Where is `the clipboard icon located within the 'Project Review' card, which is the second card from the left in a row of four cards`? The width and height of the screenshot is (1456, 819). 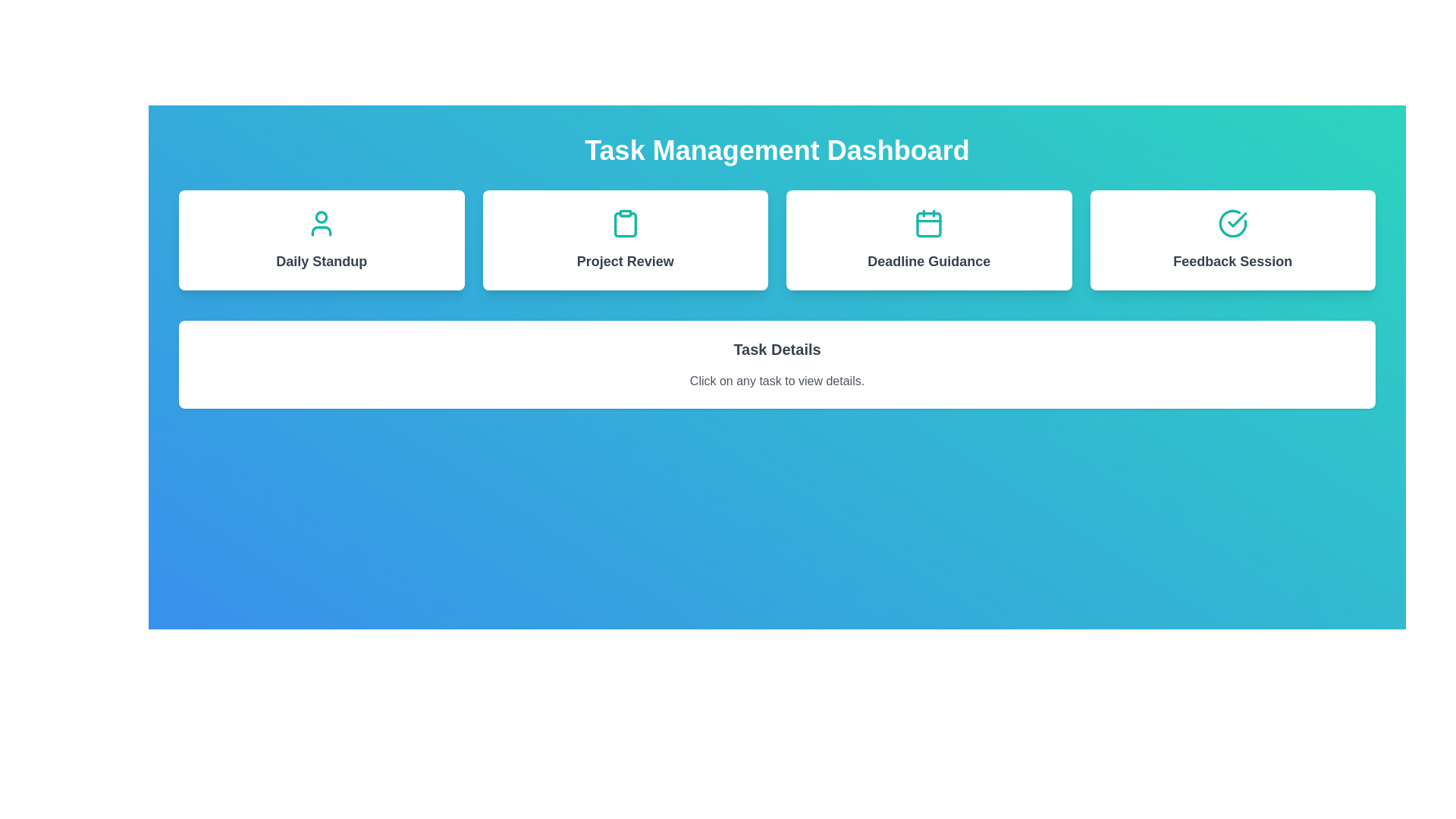 the clipboard icon located within the 'Project Review' card, which is the second card from the left in a row of four cards is located at coordinates (625, 224).